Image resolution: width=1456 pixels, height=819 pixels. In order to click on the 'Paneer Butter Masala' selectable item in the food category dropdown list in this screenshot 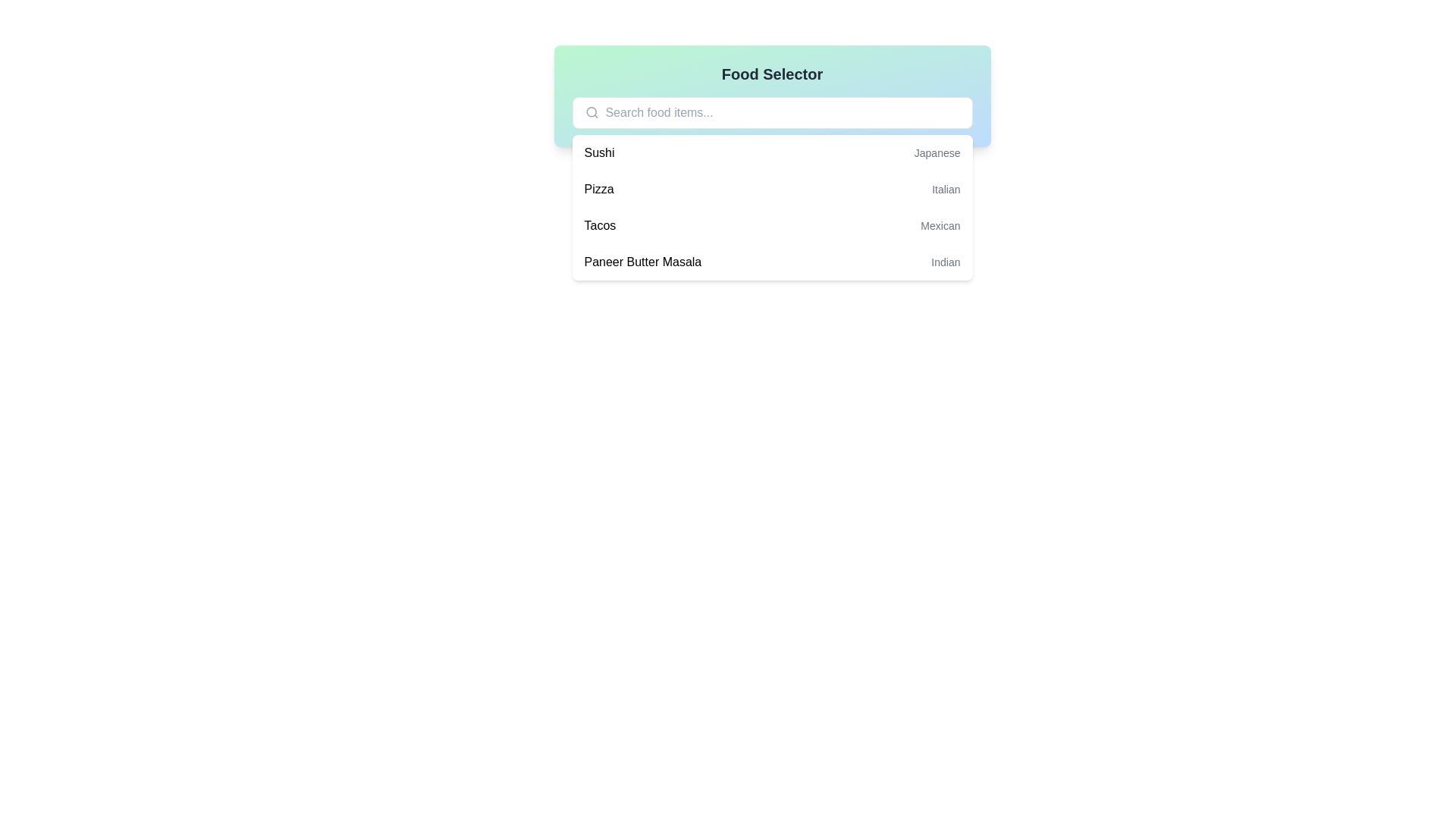, I will do `click(772, 262)`.